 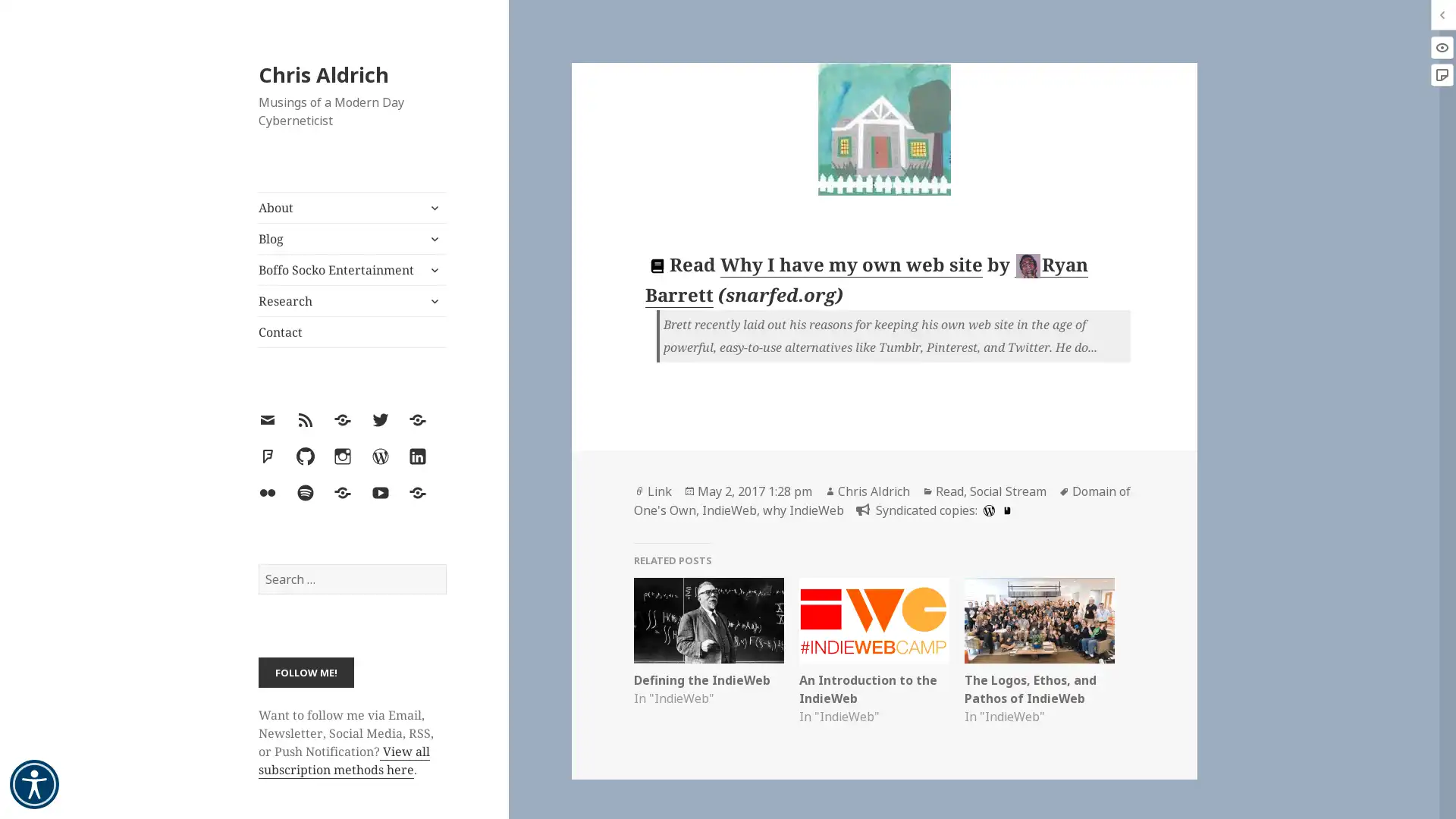 I want to click on Follow Me!, so click(x=305, y=671).